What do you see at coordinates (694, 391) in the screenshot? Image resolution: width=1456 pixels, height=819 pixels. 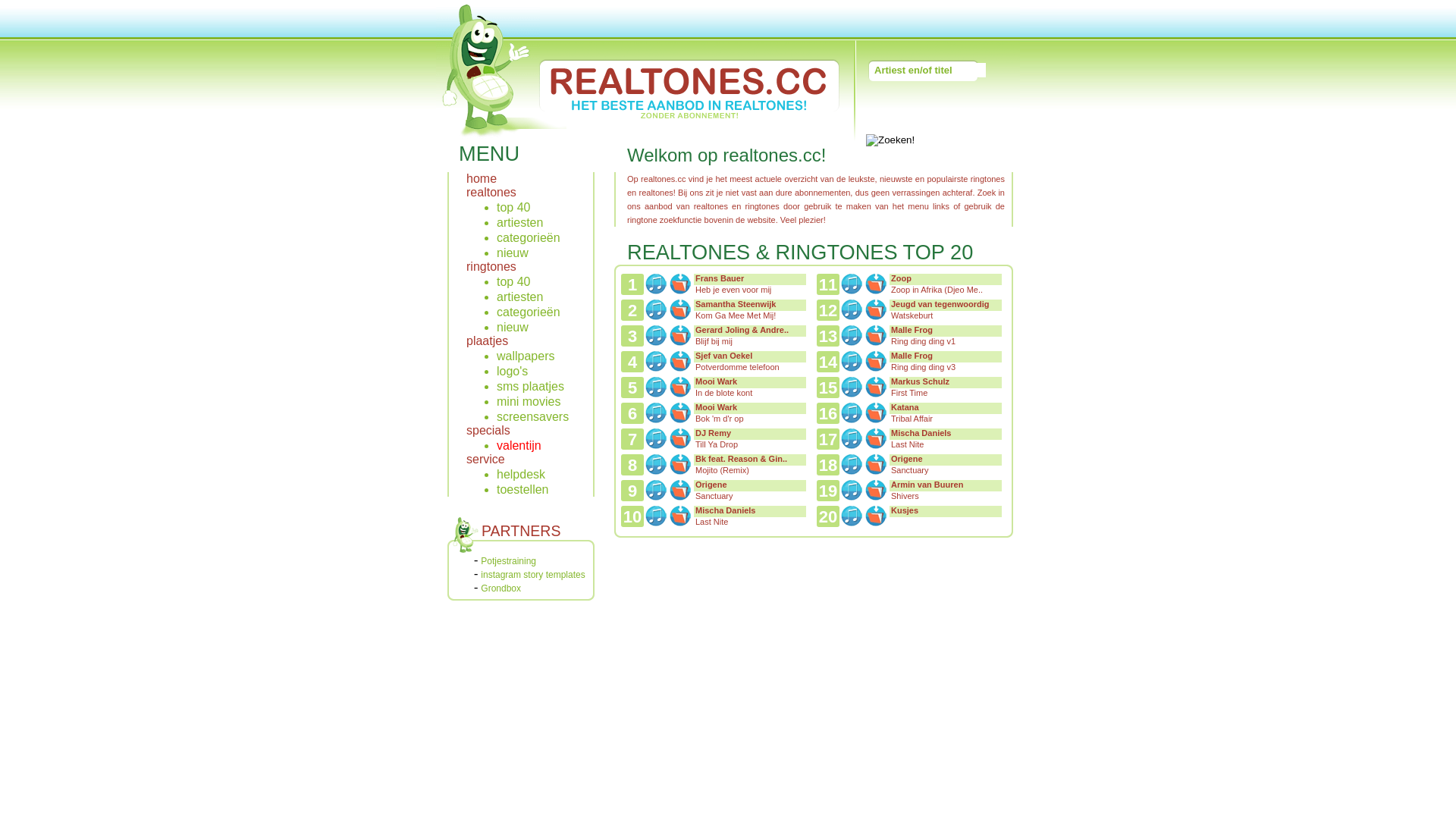 I see `'In de blote kont'` at bounding box center [694, 391].